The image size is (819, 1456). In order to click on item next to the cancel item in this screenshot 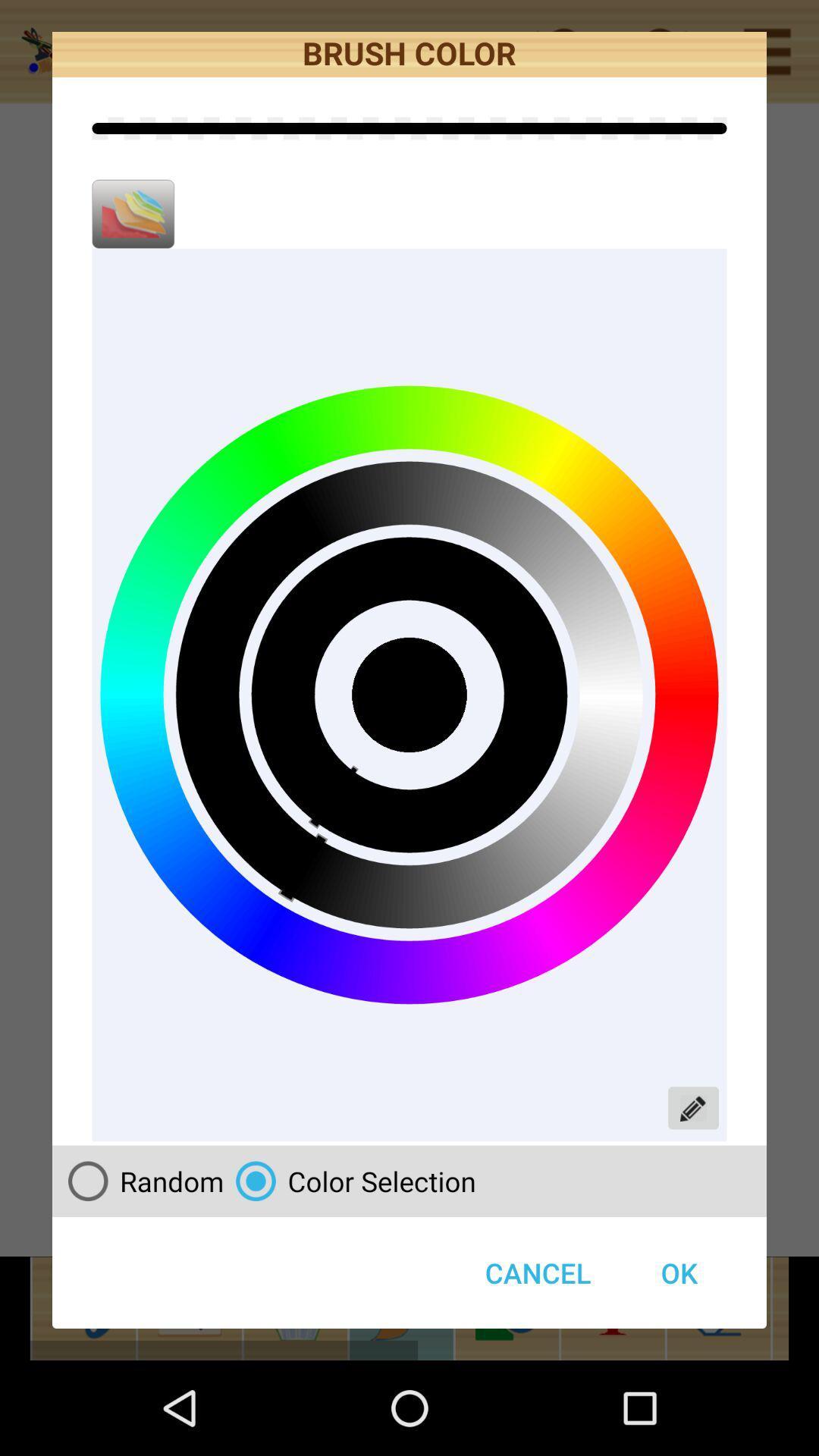, I will do `click(678, 1272)`.